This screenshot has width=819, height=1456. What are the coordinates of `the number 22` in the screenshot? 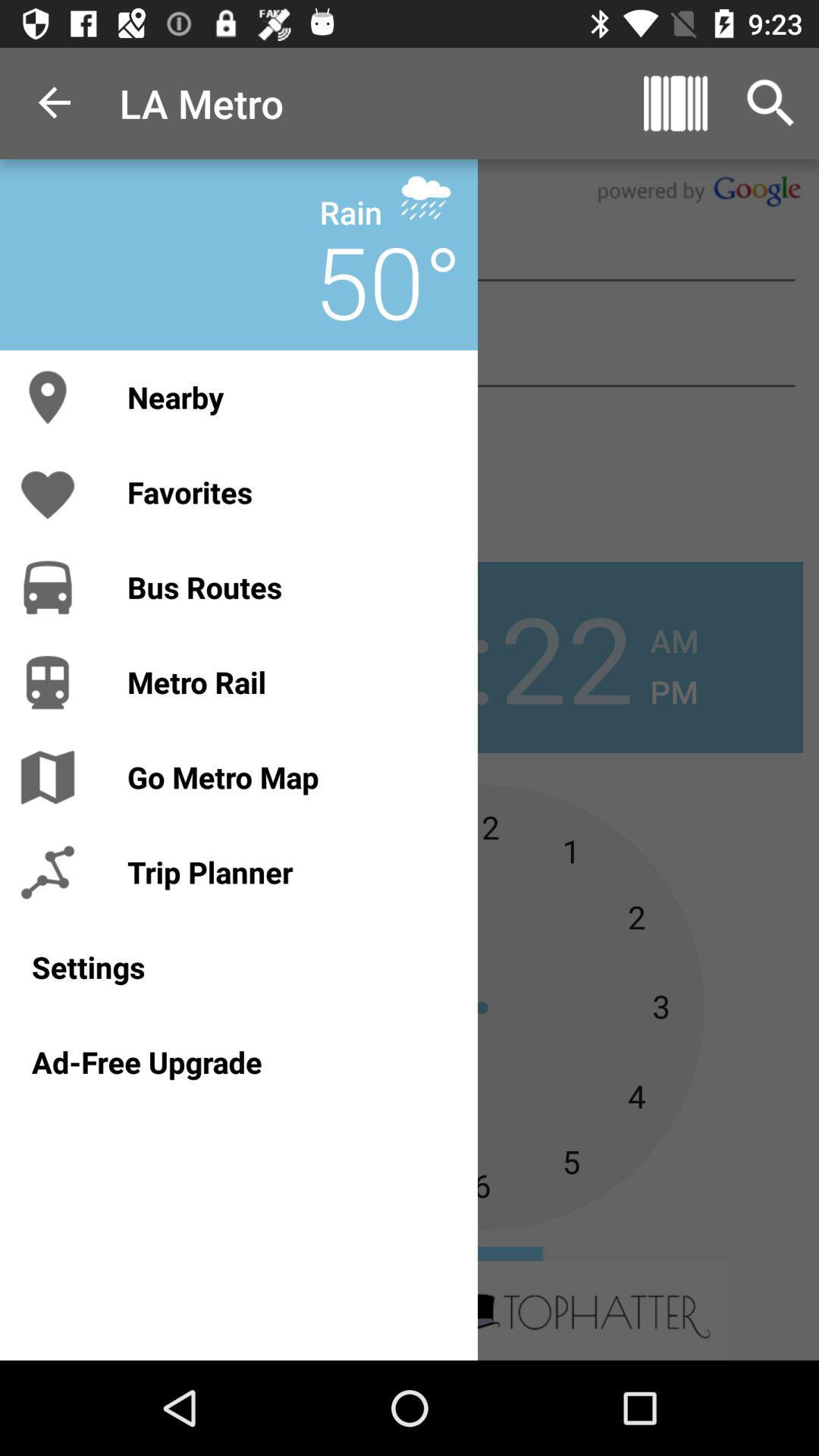 It's located at (566, 657).